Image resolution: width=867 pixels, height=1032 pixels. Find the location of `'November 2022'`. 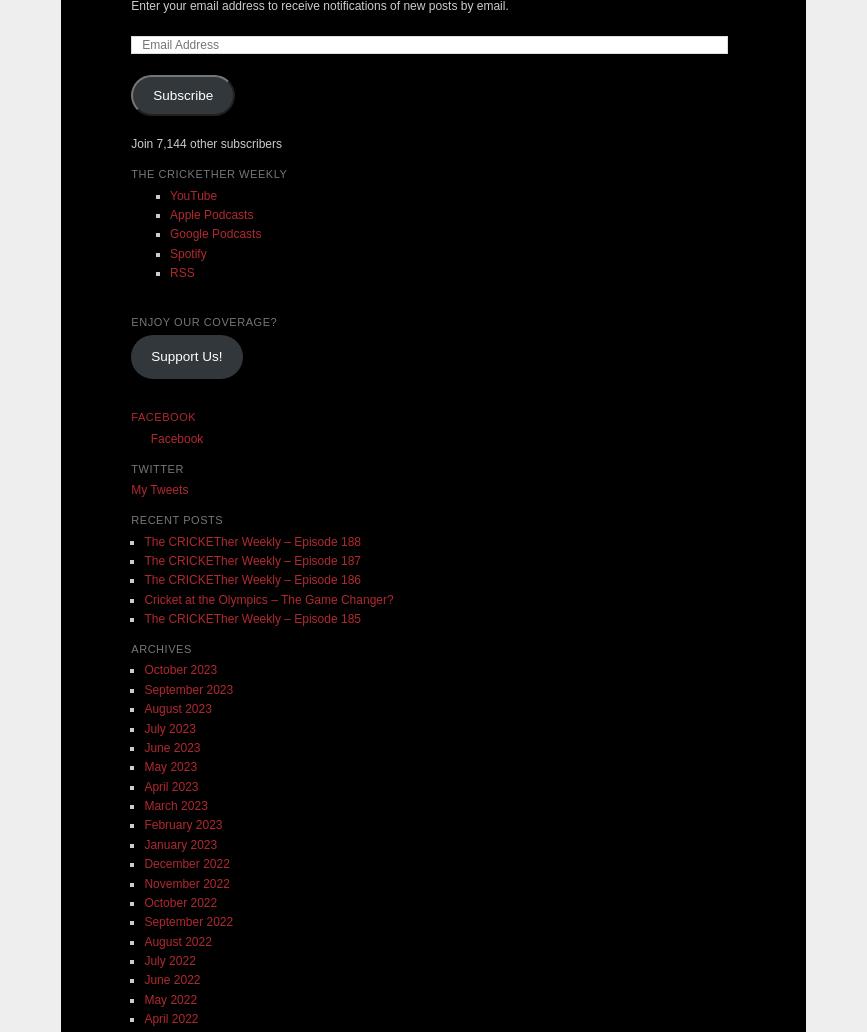

'November 2022' is located at coordinates (186, 882).